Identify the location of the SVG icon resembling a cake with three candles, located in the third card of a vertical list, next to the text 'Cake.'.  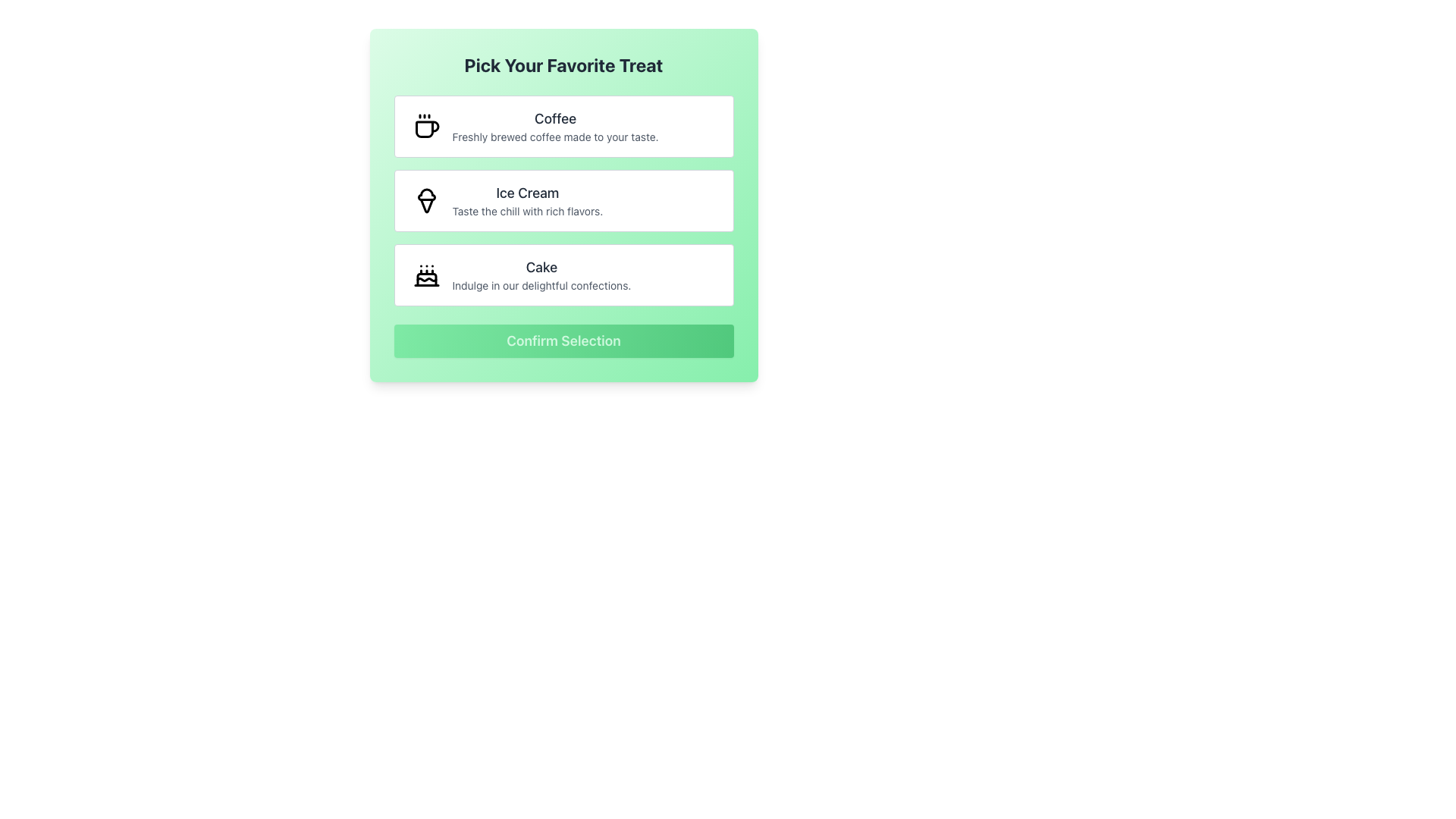
(425, 275).